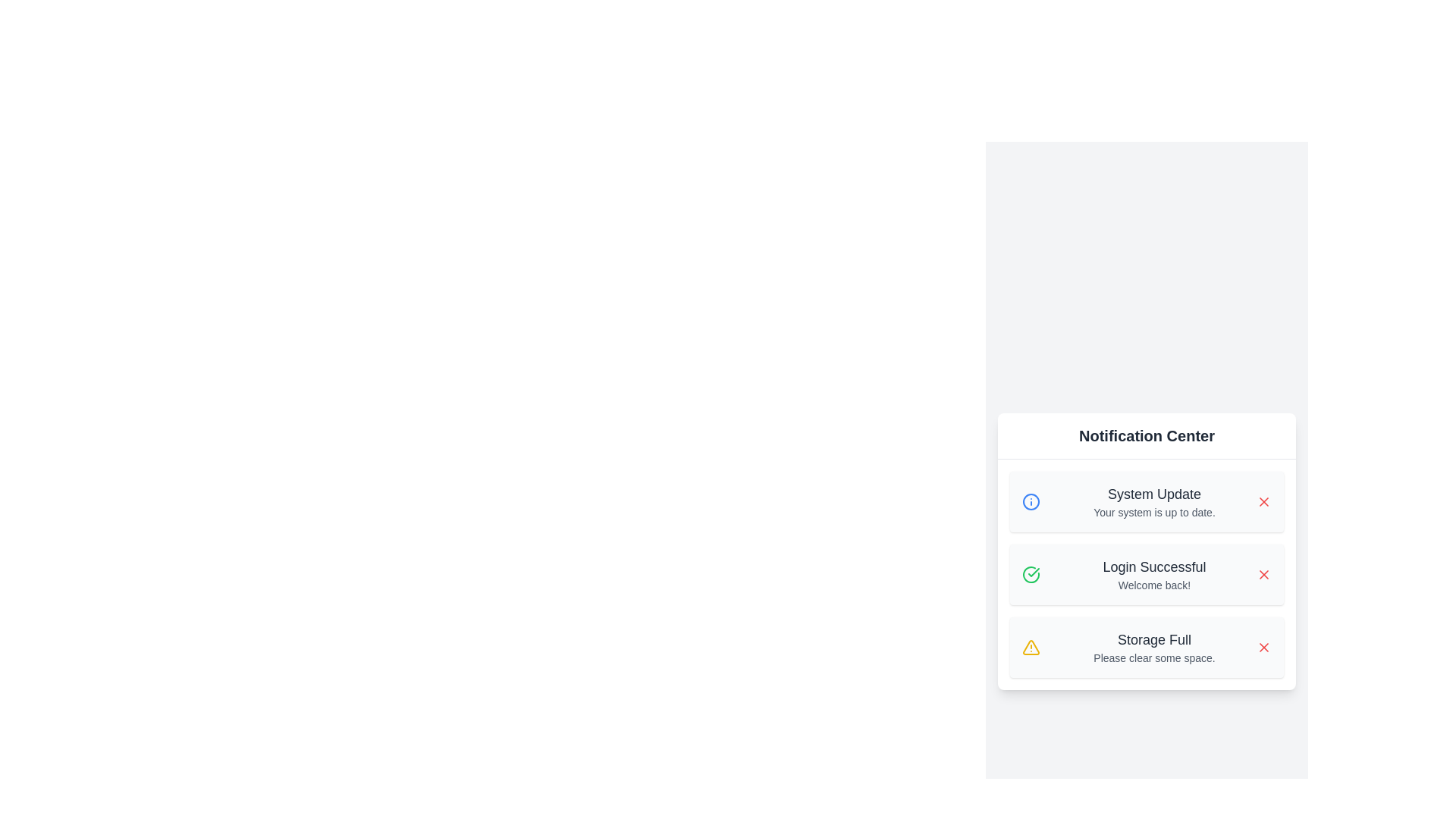  Describe the element at coordinates (1147, 574) in the screenshot. I see `the second notification card displaying a success message with a green checkmark icon, which reads 'Login Successful' and 'Welcome back!', located in the notification list` at that location.